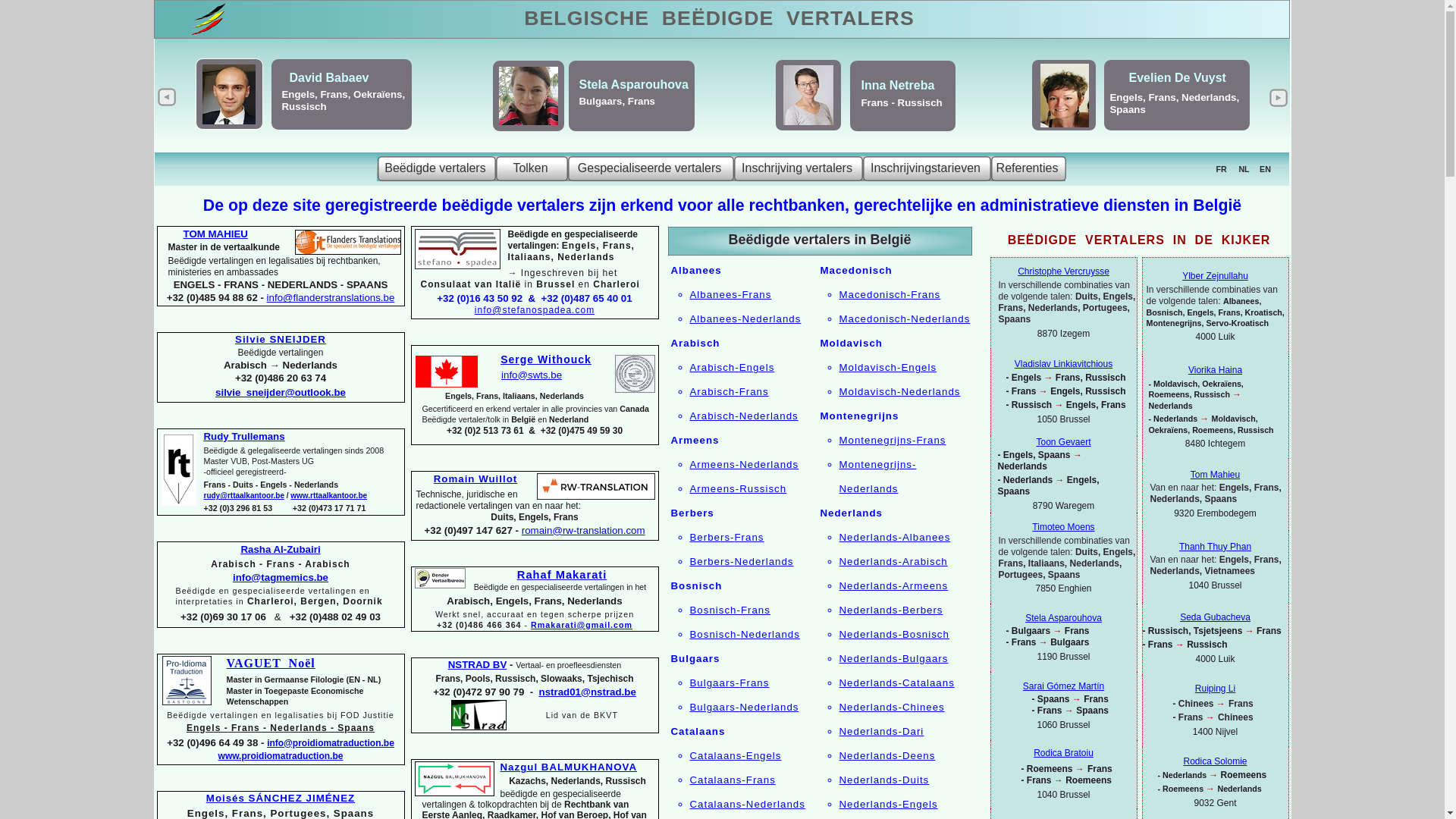  Describe the element at coordinates (745, 634) in the screenshot. I see `'Bosnisch-Nederlands'` at that location.